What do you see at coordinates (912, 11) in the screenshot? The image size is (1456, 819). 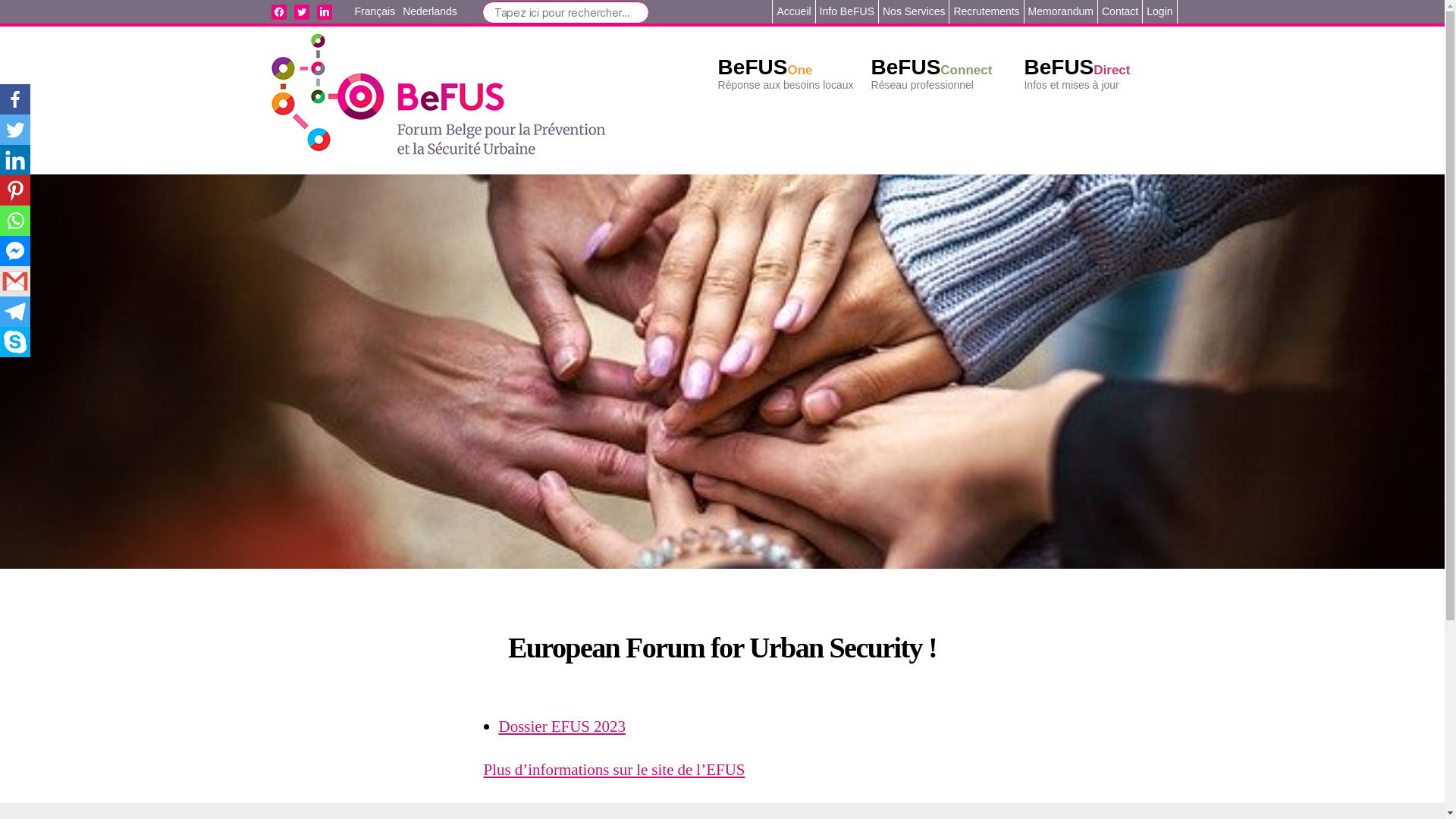 I see `'Nos Services'` at bounding box center [912, 11].